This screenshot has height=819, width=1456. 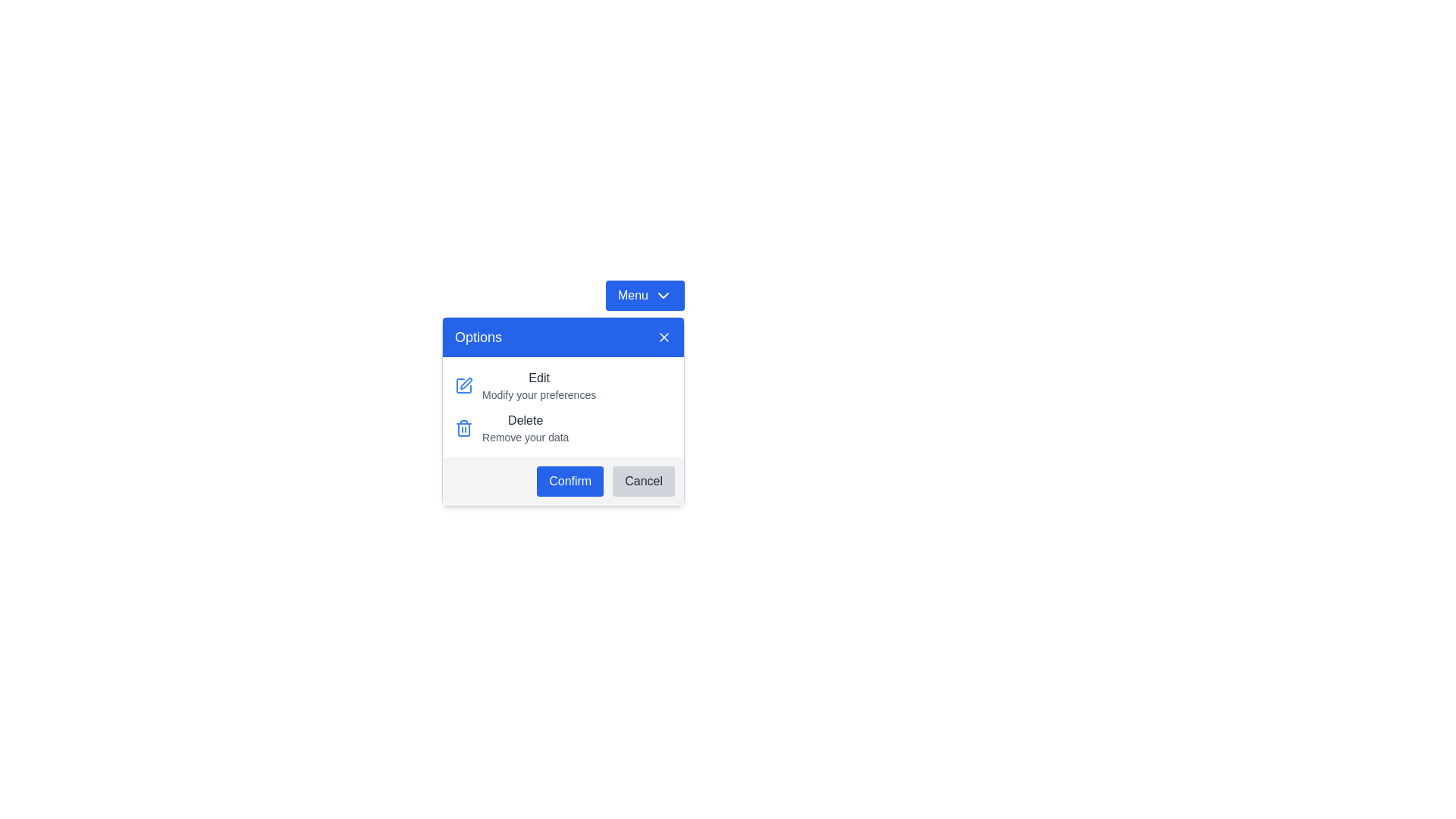 I want to click on the Action Button with Icon and Text in the dropdown modal labeled 'Options', so click(x=563, y=412).